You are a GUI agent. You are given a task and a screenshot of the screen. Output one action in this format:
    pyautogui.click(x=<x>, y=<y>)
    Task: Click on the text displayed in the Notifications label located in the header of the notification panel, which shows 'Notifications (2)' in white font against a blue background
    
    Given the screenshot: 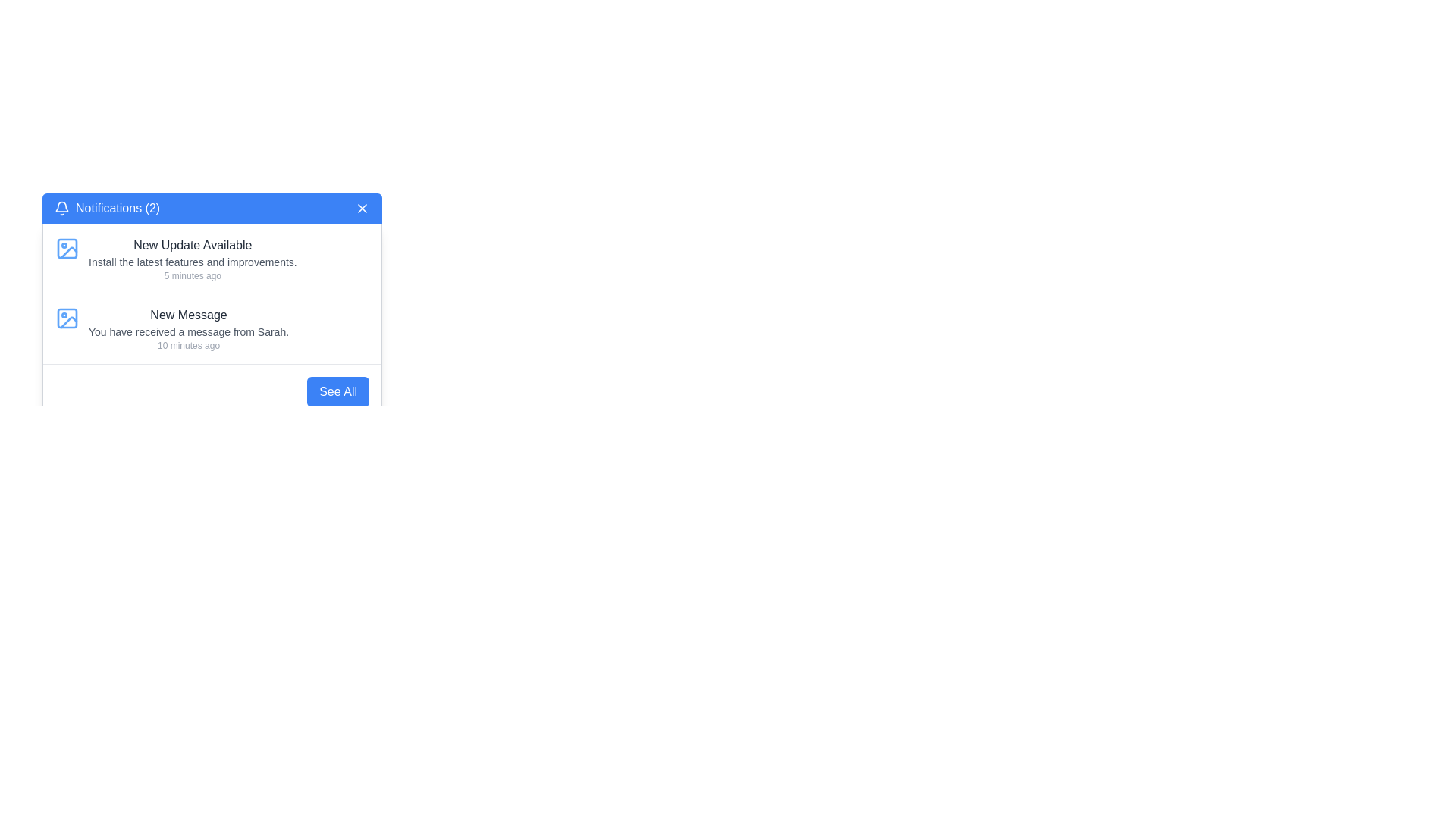 What is the action you would take?
    pyautogui.click(x=117, y=208)
    